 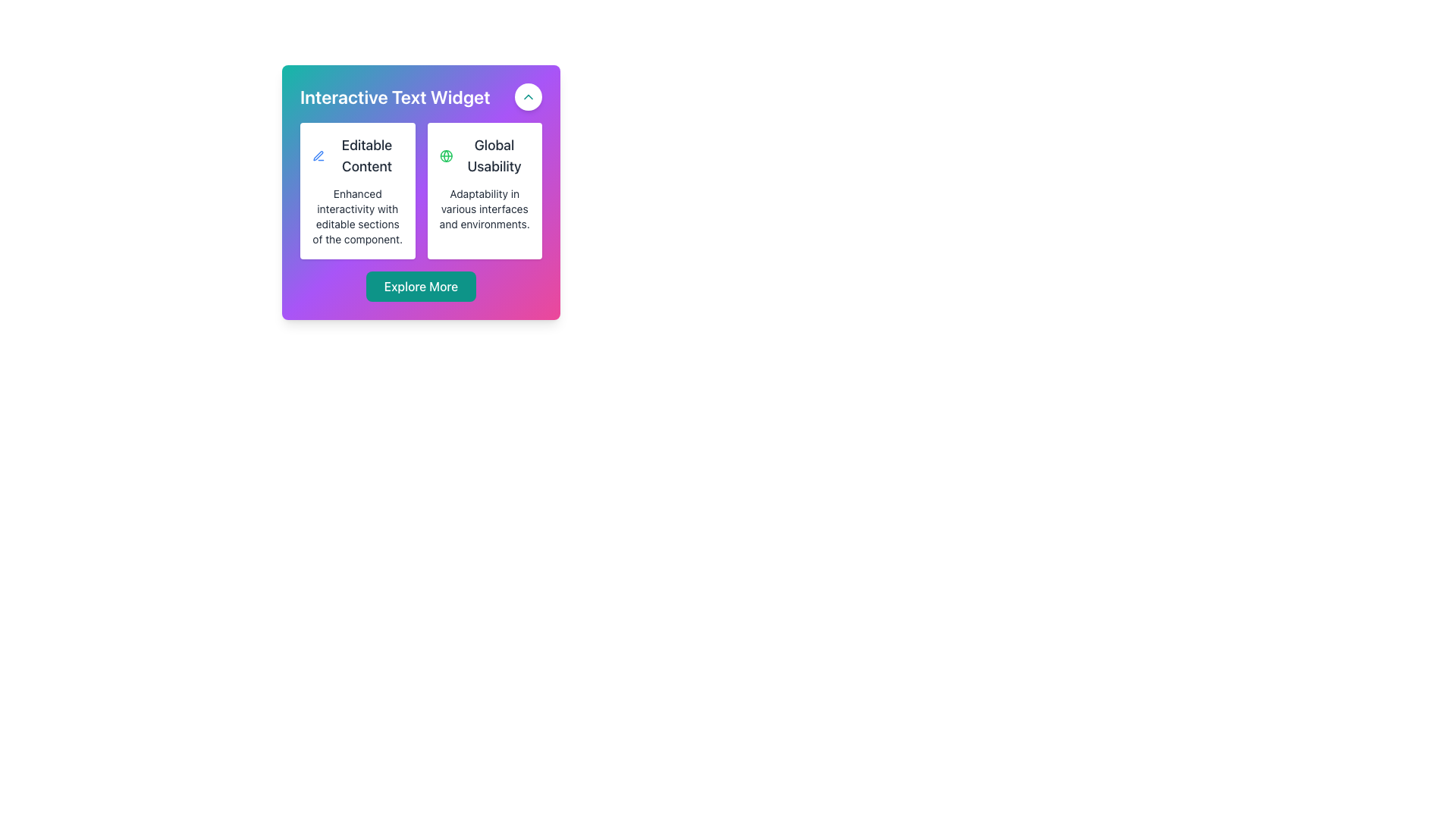 What do you see at coordinates (484, 155) in the screenshot?
I see `the 'Global Usability' heading which features a green globe icon on the left and bold text on the right, positioned within a white card below the 'Editable Content' card` at bounding box center [484, 155].